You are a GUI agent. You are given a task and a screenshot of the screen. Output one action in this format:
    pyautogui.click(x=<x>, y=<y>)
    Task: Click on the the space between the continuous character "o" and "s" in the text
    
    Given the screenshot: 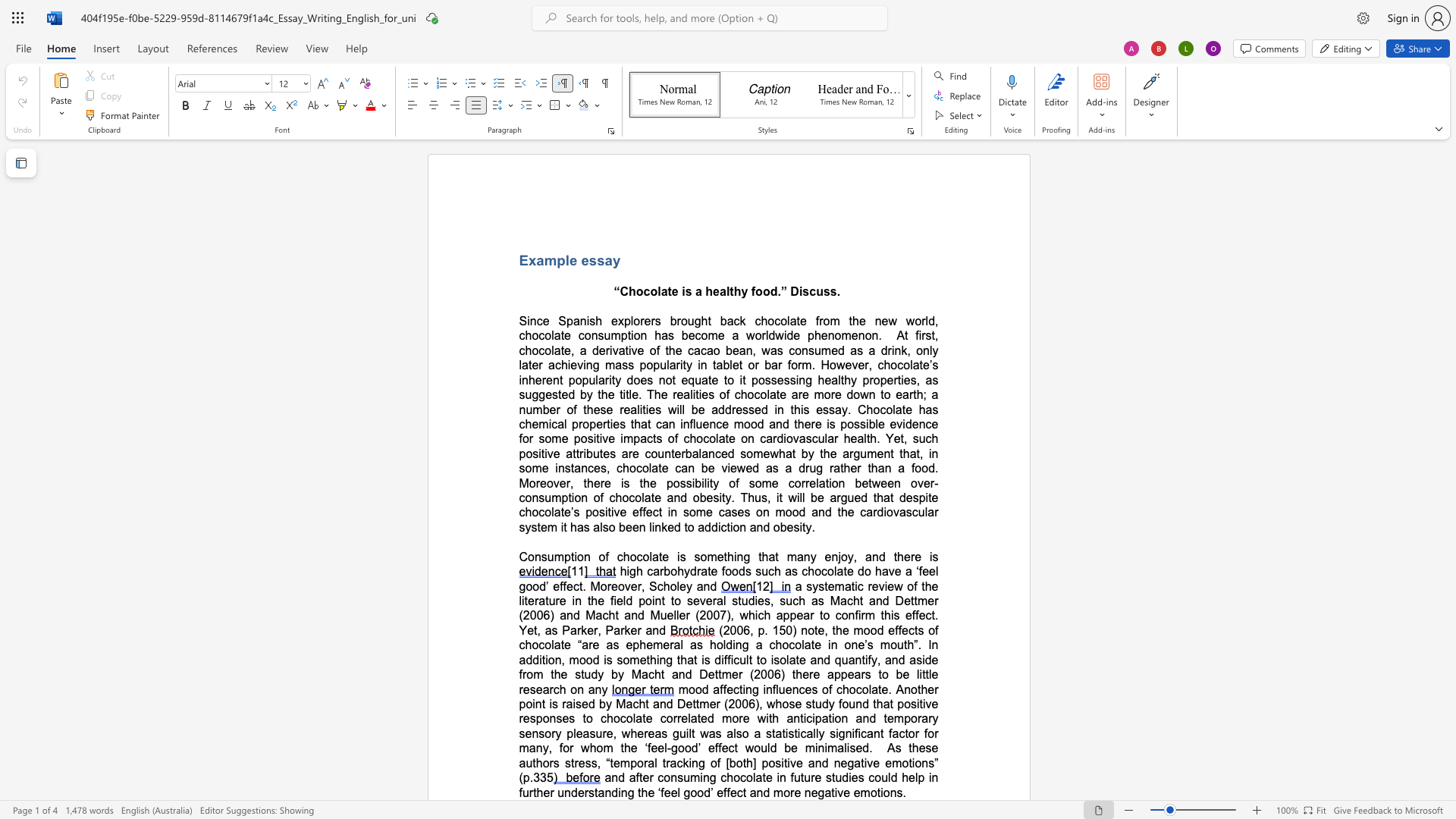 What is the action you would take?
    pyautogui.click(x=764, y=379)
    